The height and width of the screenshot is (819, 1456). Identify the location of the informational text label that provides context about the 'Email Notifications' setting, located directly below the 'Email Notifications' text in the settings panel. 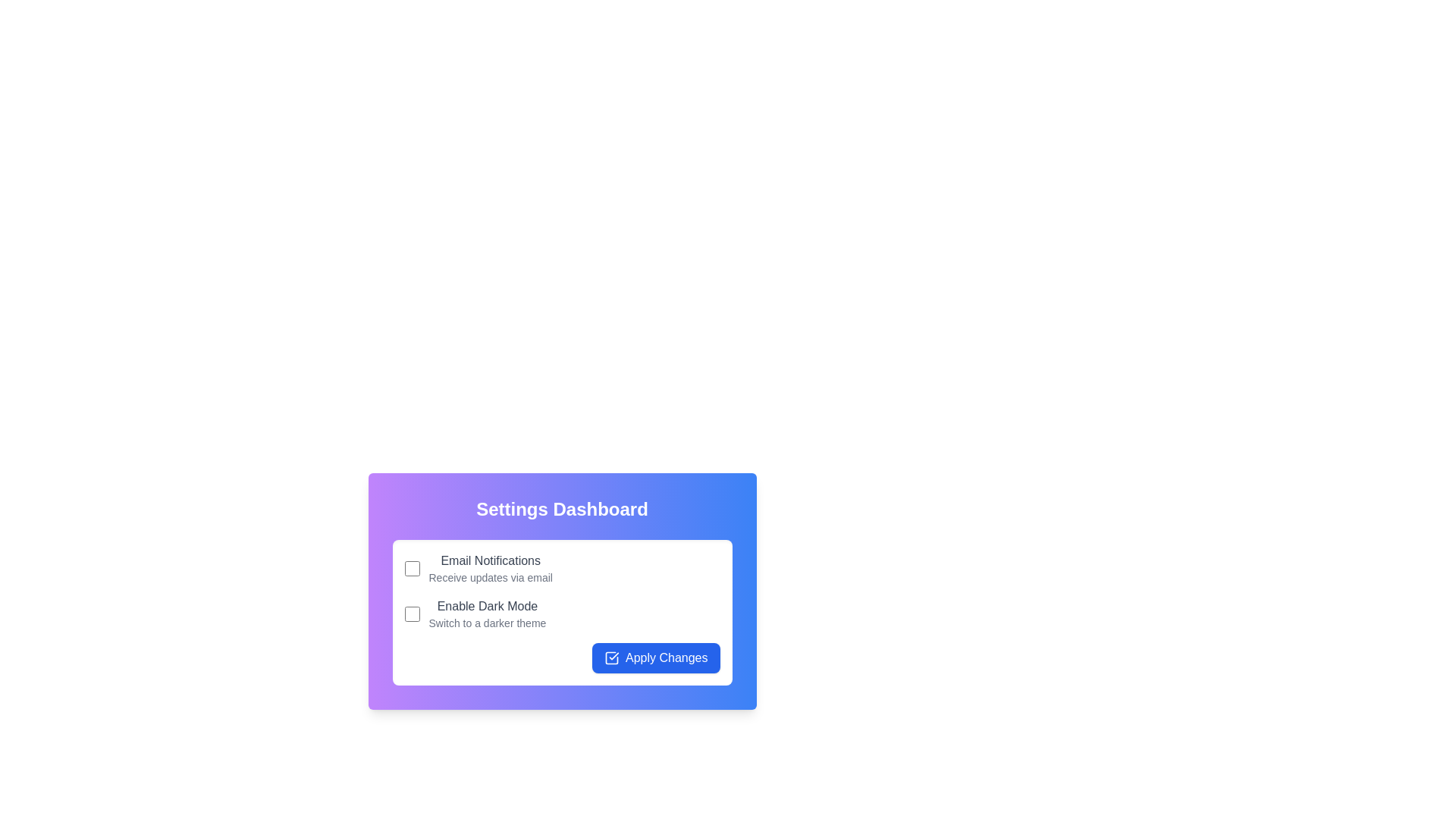
(491, 578).